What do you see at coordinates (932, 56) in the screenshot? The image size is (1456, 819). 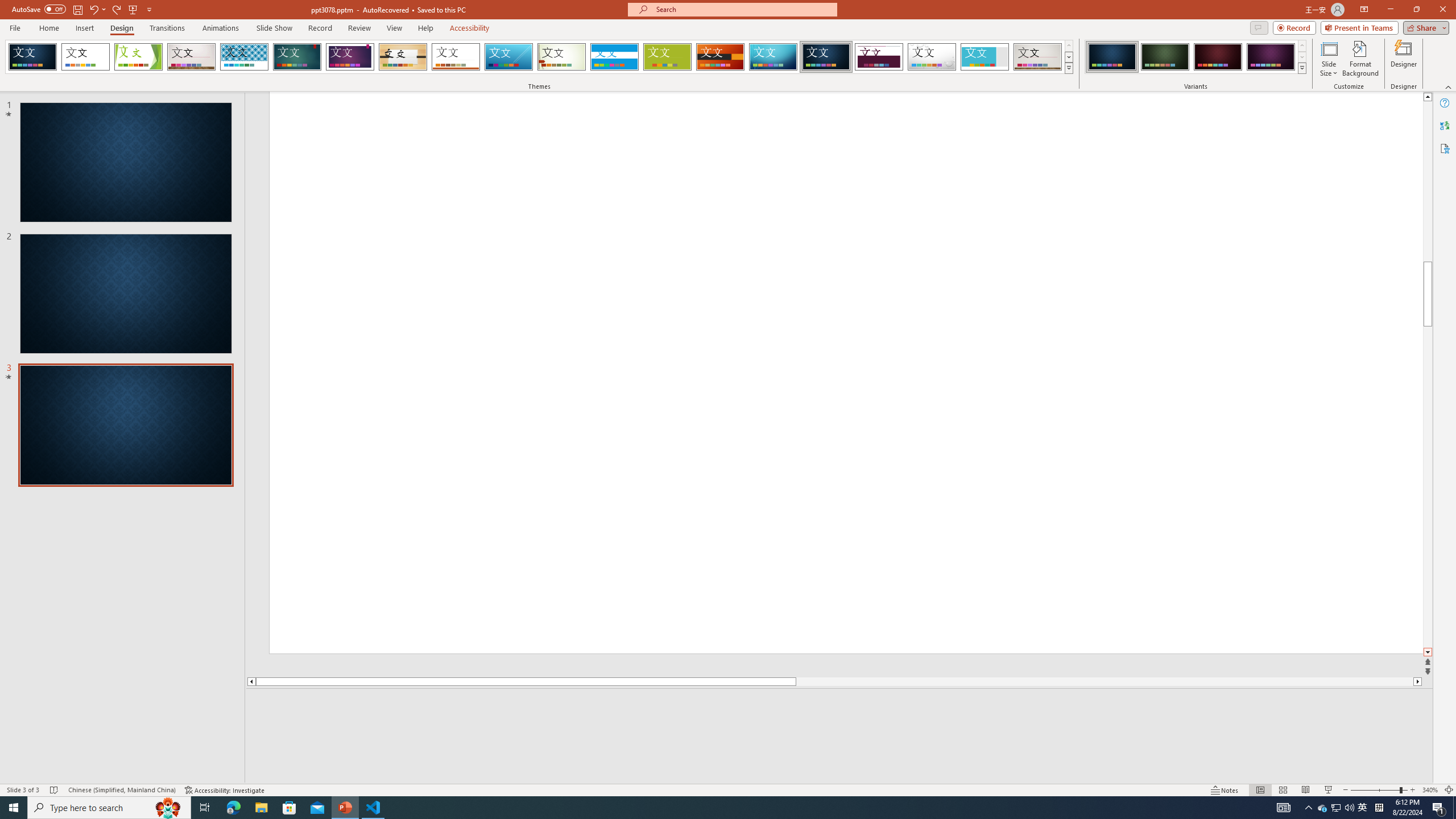 I see `'Droplet'` at bounding box center [932, 56].